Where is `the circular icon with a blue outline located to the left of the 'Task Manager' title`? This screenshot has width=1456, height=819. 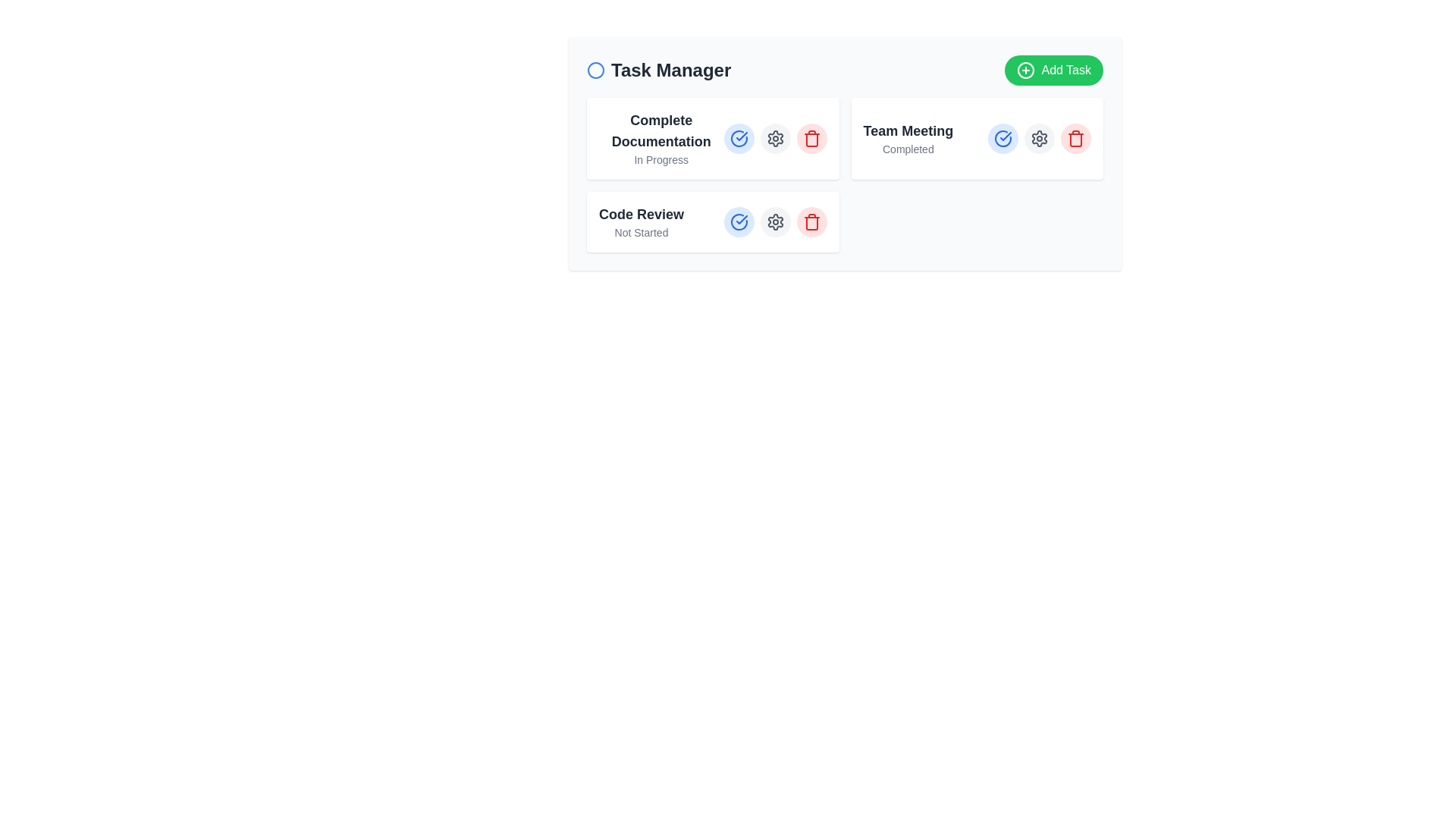 the circular icon with a blue outline located to the left of the 'Task Manager' title is located at coordinates (595, 70).